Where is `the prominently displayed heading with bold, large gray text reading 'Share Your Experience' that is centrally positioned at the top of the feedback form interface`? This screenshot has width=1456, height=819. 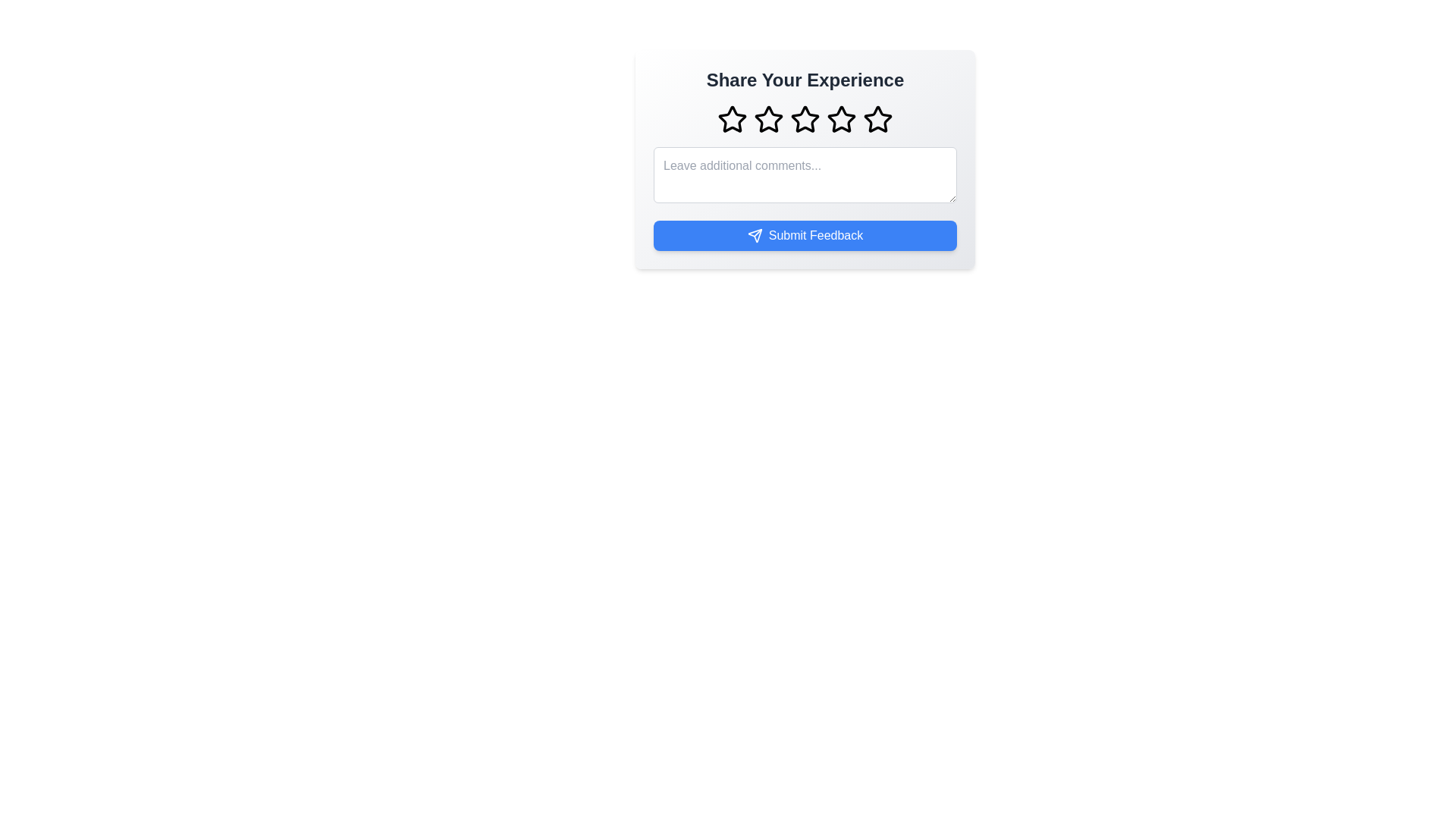 the prominently displayed heading with bold, large gray text reading 'Share Your Experience' that is centrally positioned at the top of the feedback form interface is located at coordinates (804, 80).